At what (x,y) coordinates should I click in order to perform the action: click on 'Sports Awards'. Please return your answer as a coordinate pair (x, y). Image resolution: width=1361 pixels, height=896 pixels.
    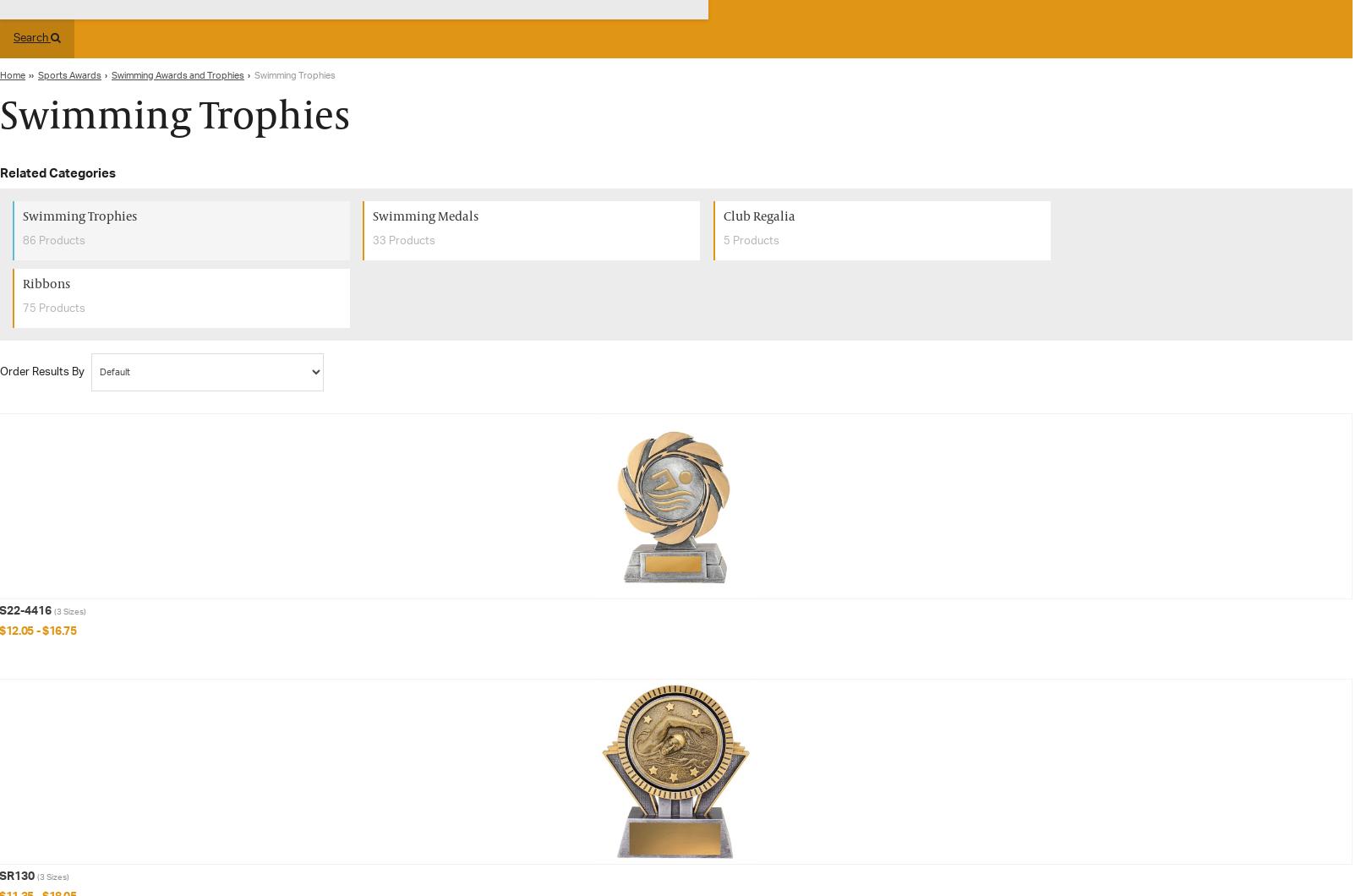
    Looking at the image, I should click on (38, 74).